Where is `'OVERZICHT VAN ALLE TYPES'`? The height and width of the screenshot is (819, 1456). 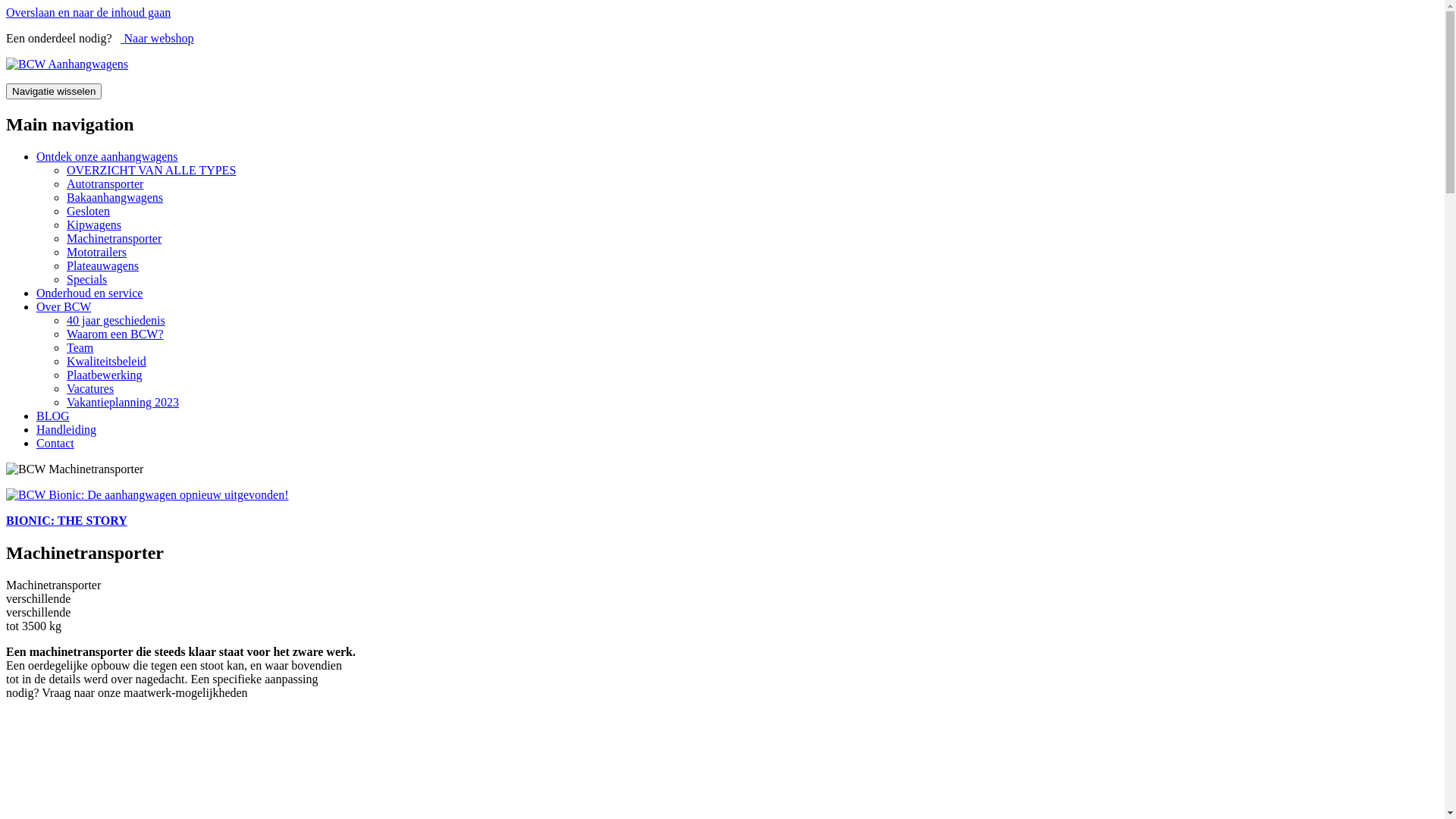 'OVERZICHT VAN ALLE TYPES' is located at coordinates (151, 170).